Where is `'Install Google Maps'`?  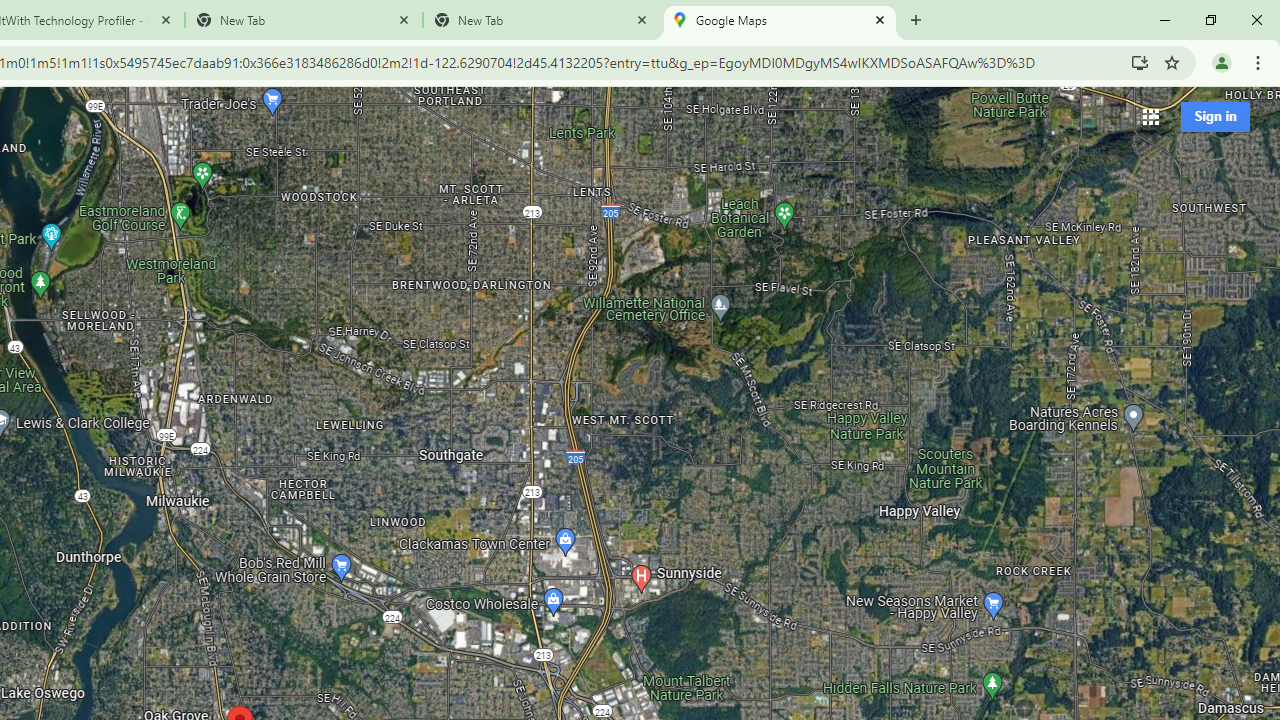
'Install Google Maps' is located at coordinates (1139, 61).